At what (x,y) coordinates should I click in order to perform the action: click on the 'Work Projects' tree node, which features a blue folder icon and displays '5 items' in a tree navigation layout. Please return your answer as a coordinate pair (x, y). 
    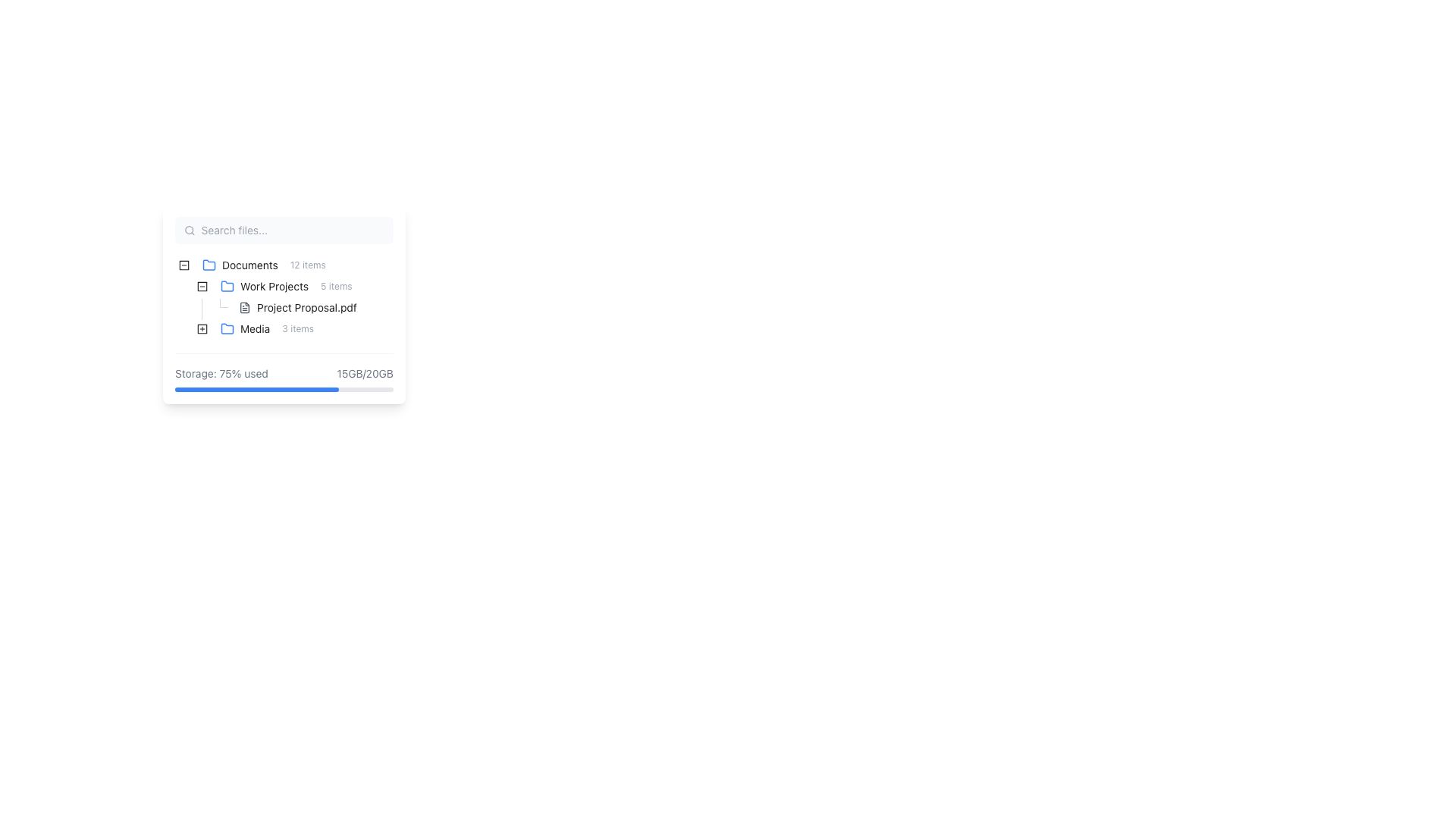
    Looking at the image, I should click on (286, 287).